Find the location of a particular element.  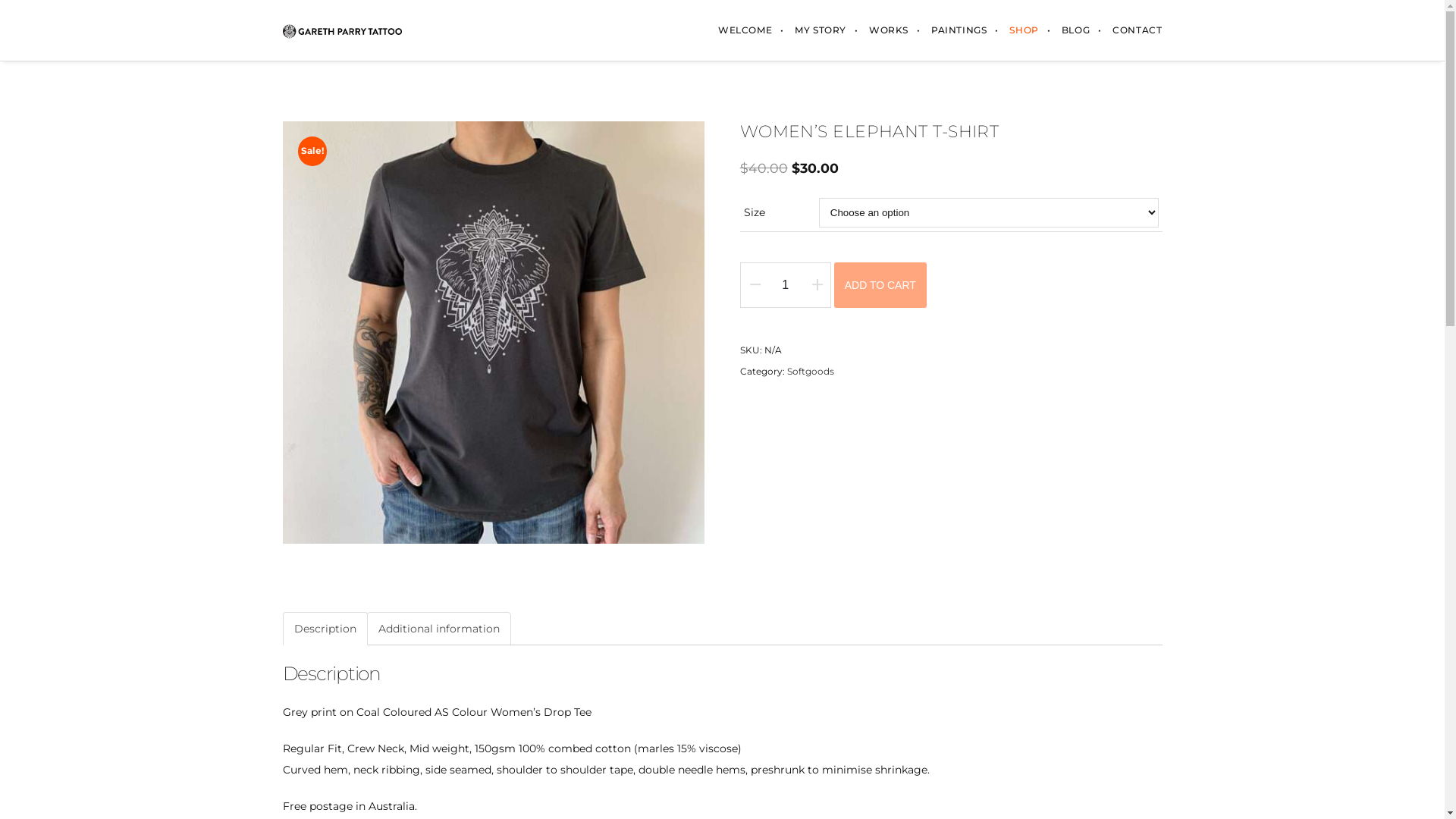

'Qty' is located at coordinates (786, 284).